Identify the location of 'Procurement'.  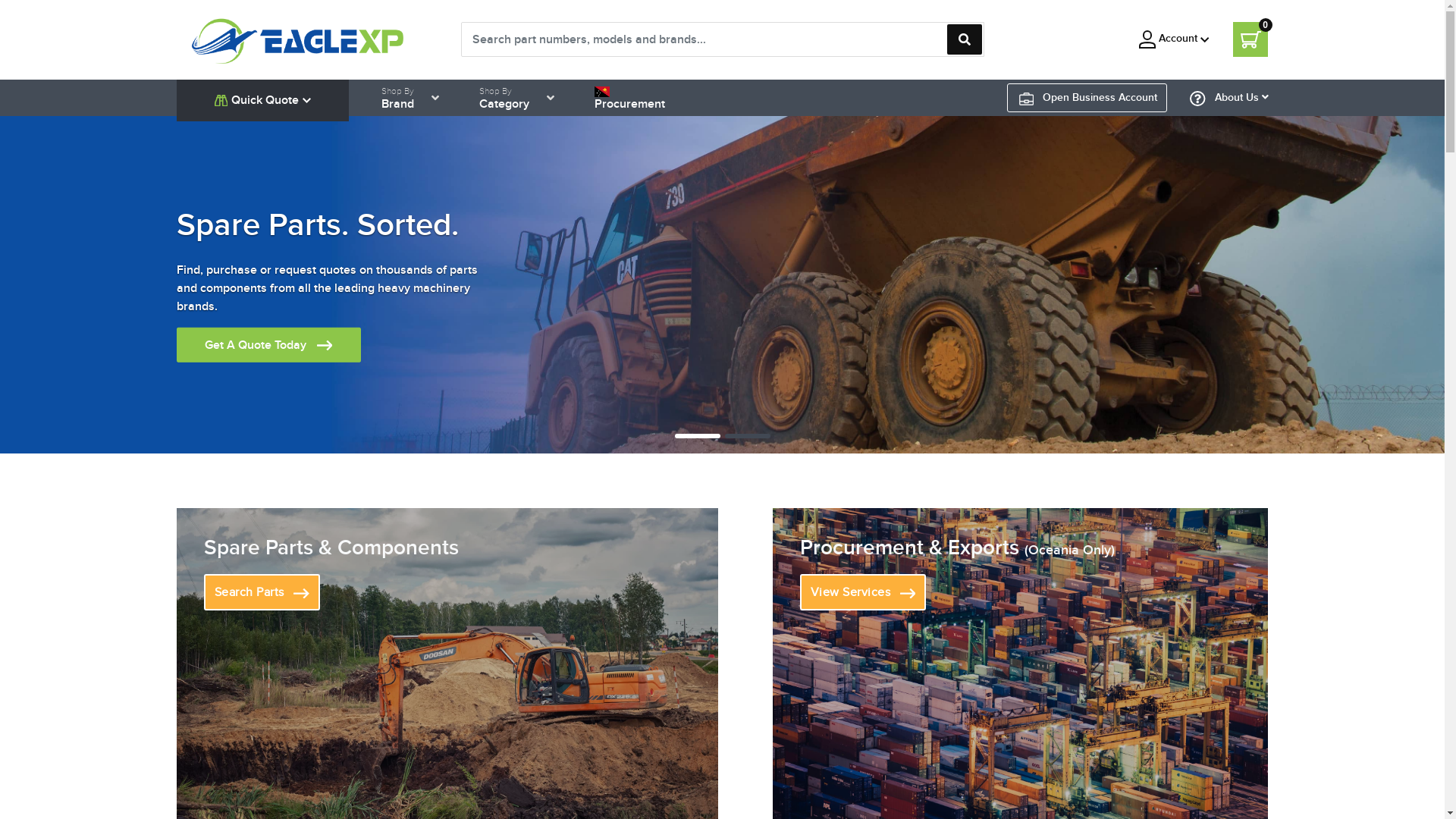
(629, 97).